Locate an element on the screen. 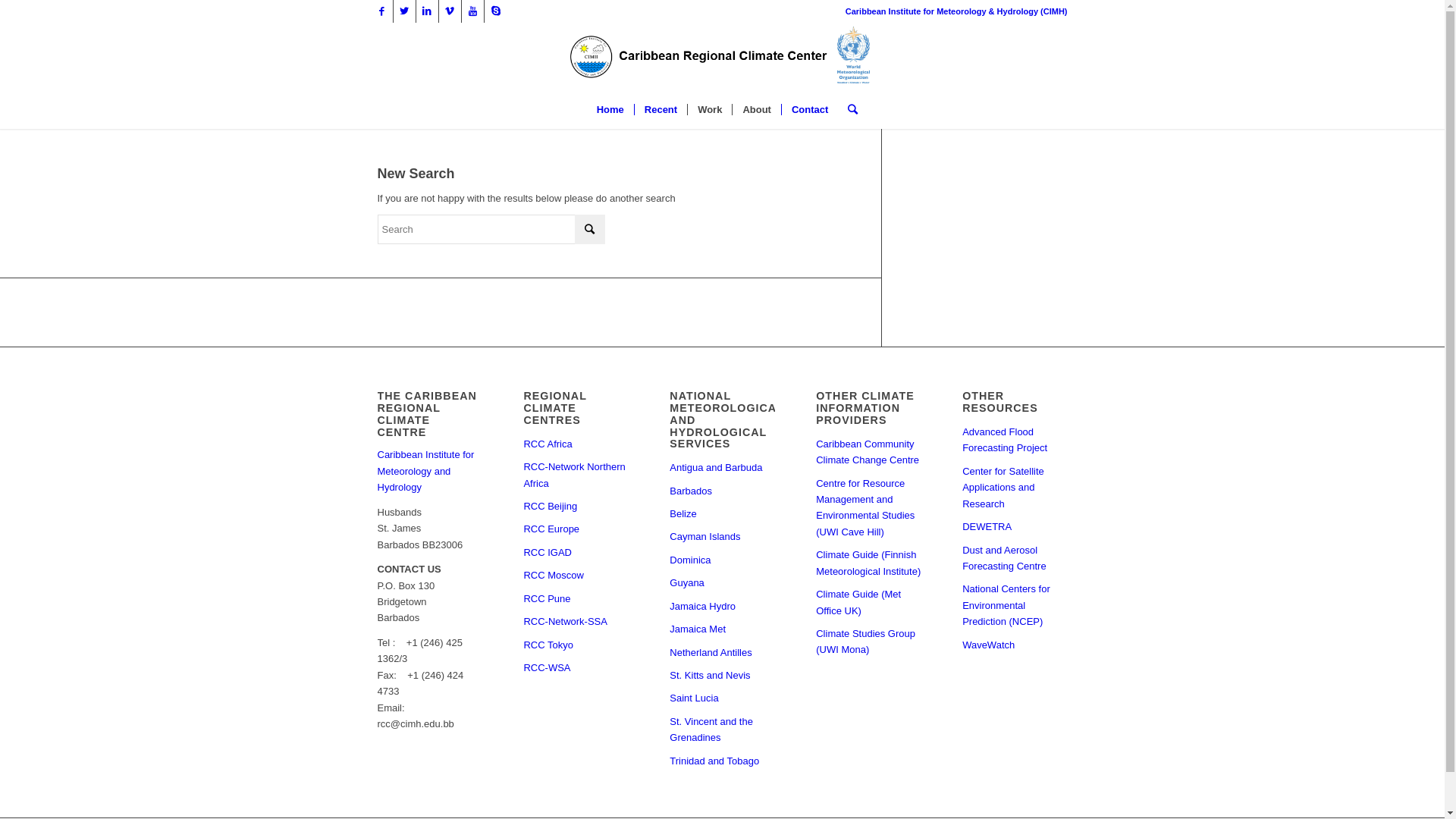  'Linkedin' is located at coordinates (425, 11).